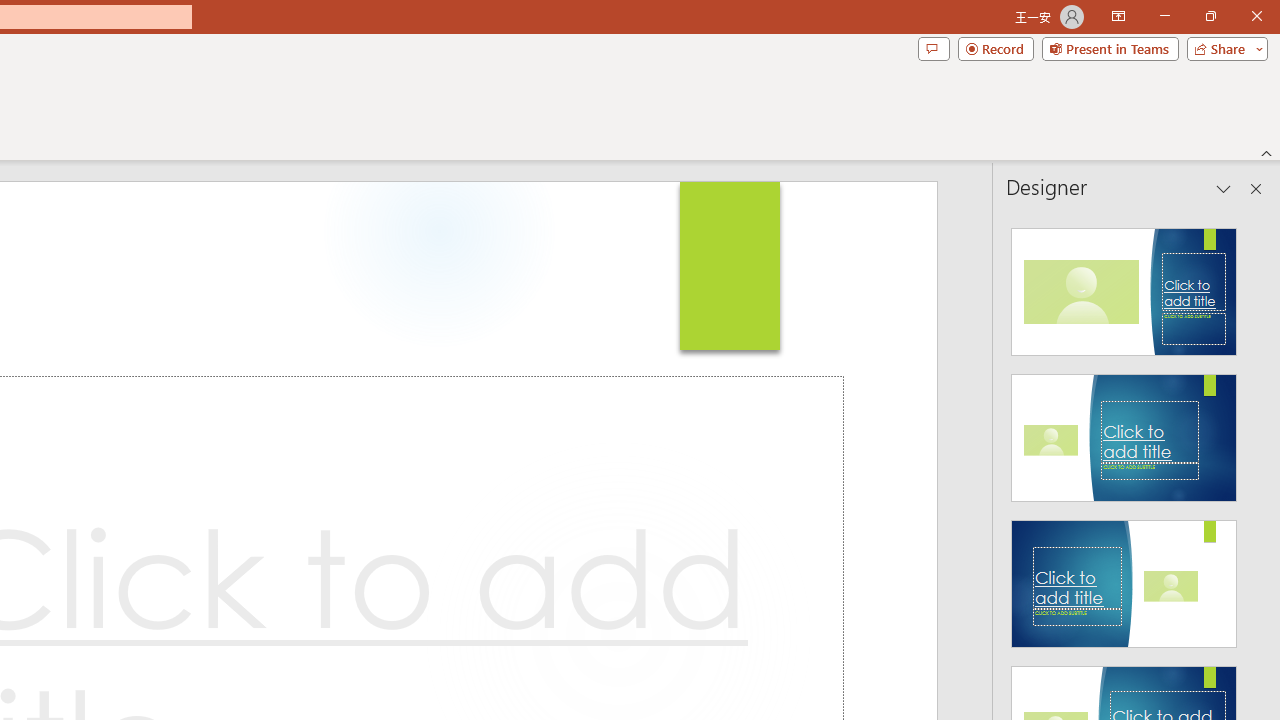 This screenshot has height=720, width=1280. I want to click on 'Recommended Design: Design Idea', so click(1124, 286).